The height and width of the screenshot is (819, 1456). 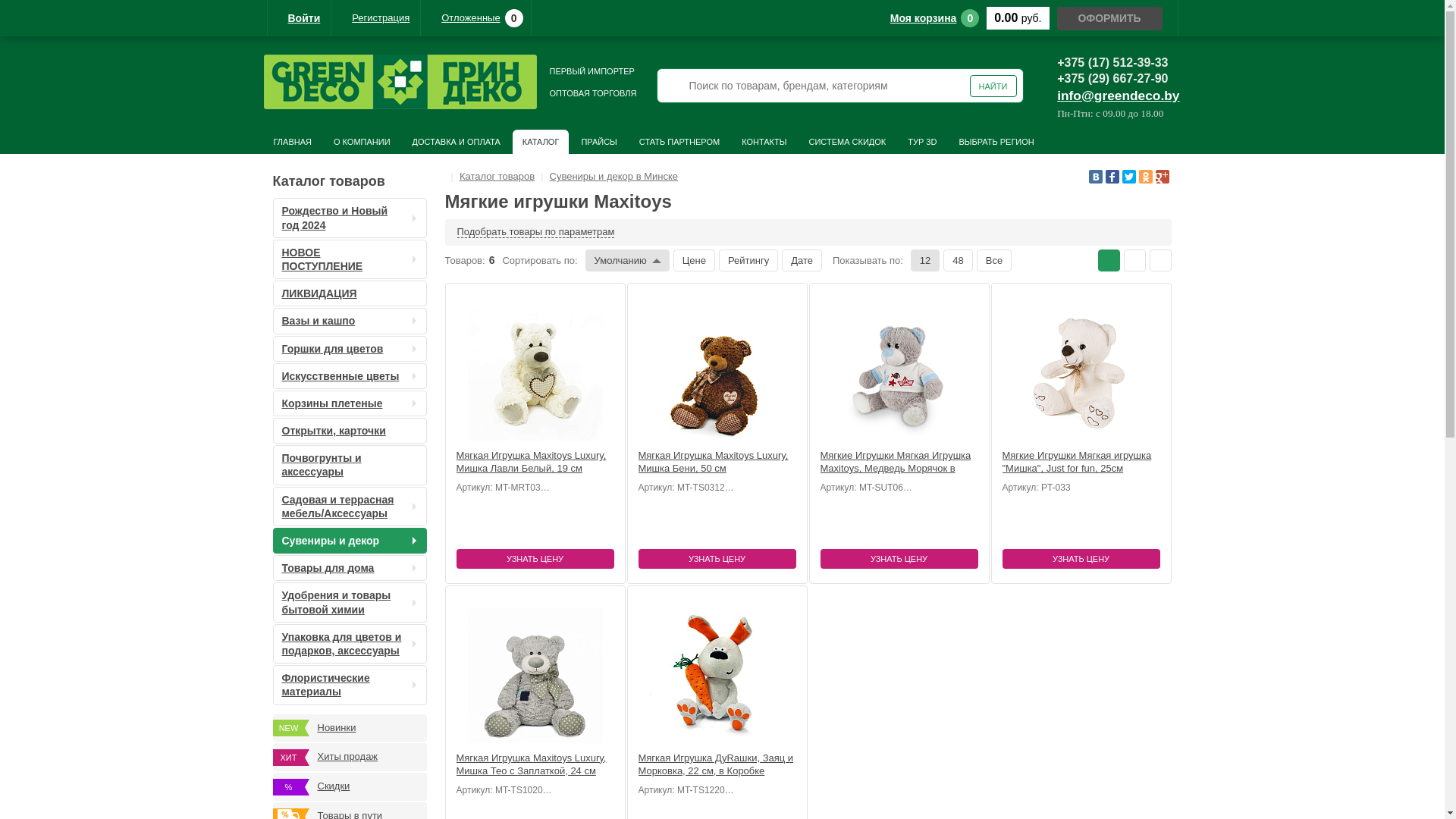 I want to click on '12', so click(x=924, y=259).